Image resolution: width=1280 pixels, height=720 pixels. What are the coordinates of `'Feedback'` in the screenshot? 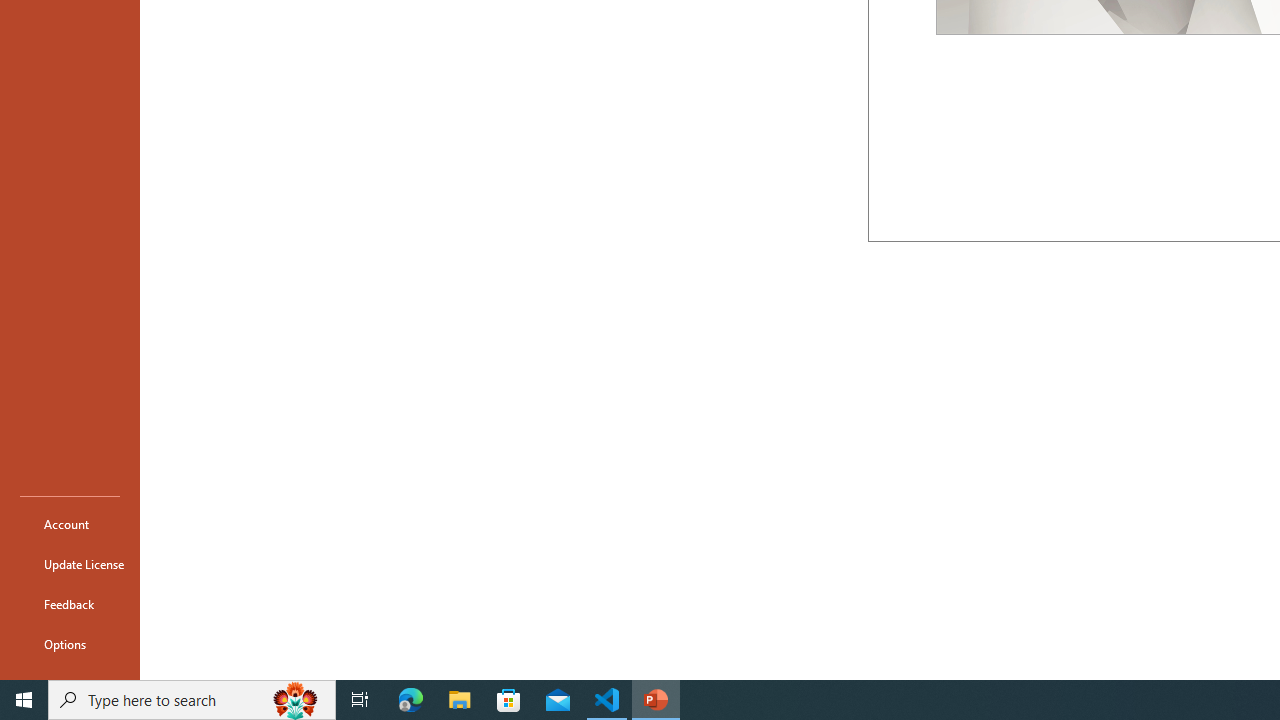 It's located at (69, 603).